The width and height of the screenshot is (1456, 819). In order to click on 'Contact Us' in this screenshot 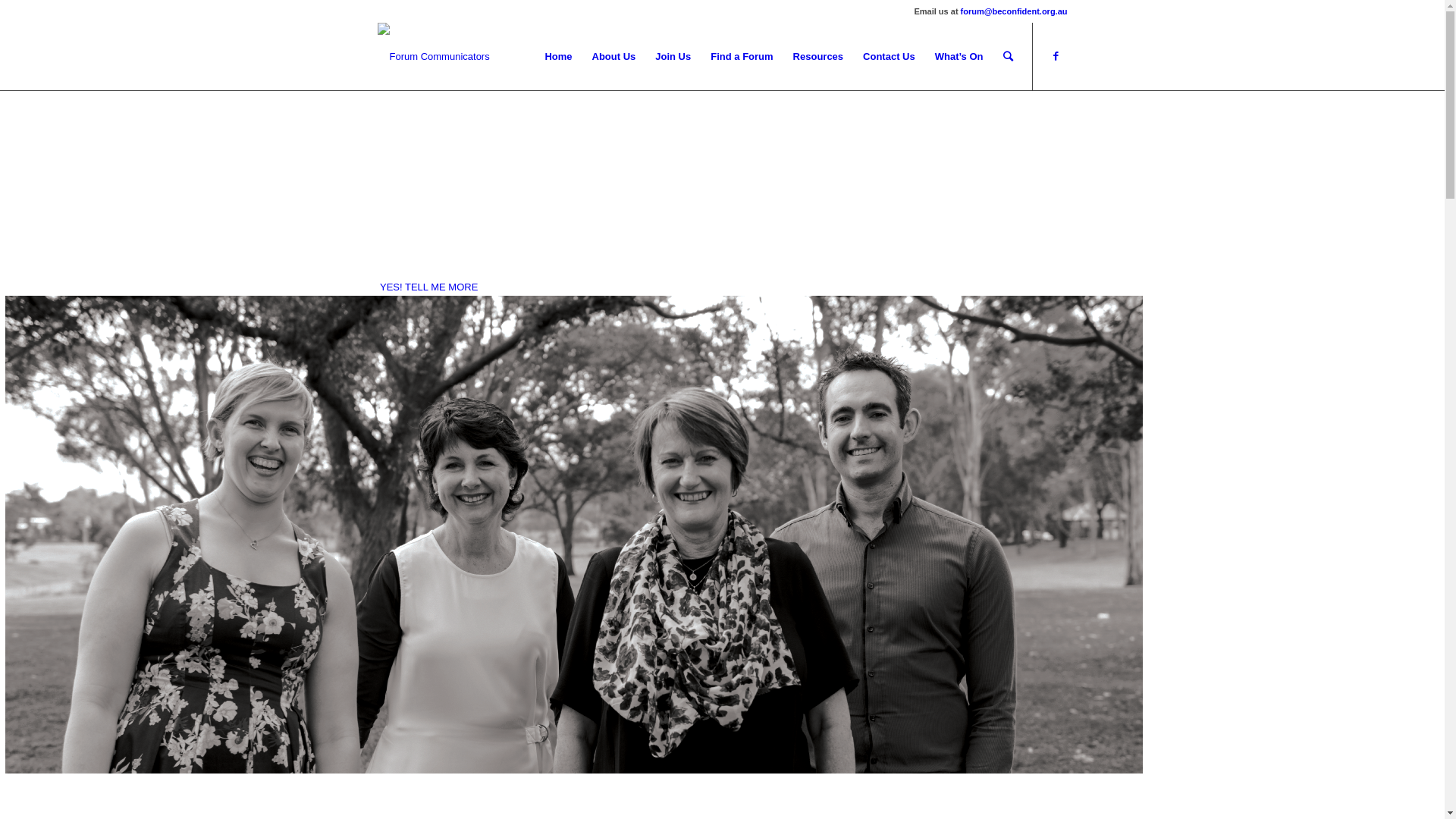, I will do `click(852, 55)`.